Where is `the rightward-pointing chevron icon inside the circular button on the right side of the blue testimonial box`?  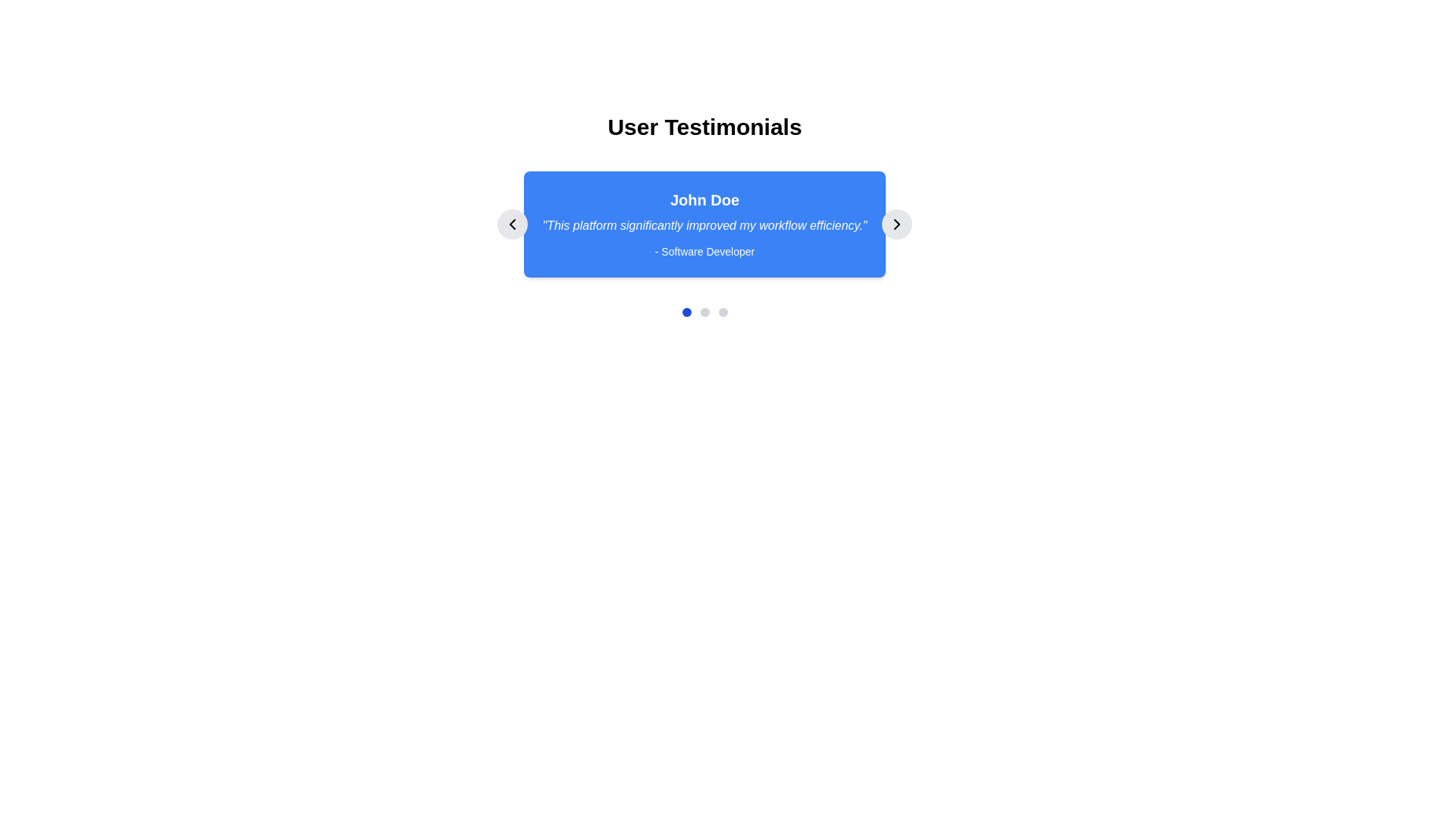
the rightward-pointing chevron icon inside the circular button on the right side of the blue testimonial box is located at coordinates (896, 224).